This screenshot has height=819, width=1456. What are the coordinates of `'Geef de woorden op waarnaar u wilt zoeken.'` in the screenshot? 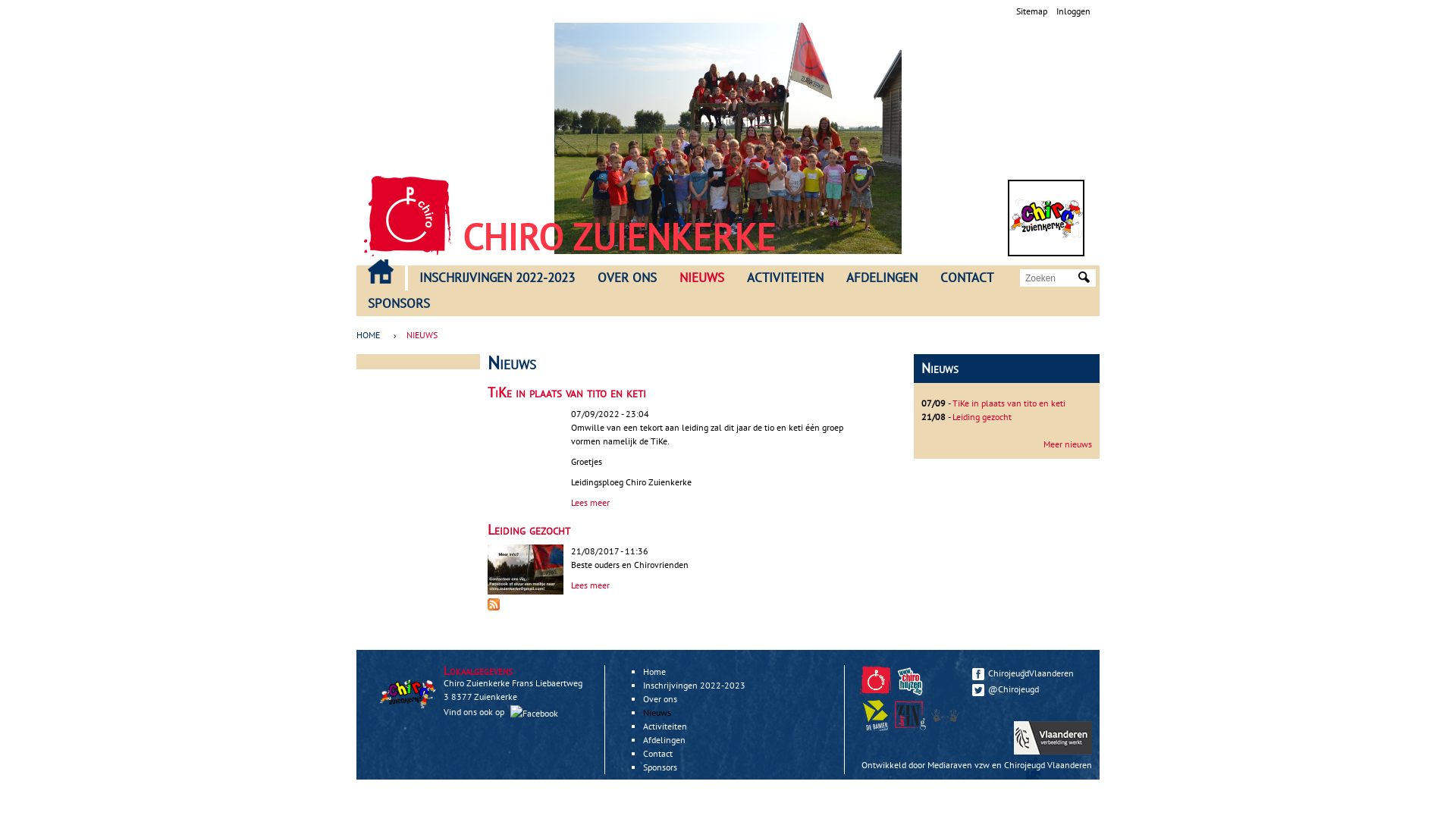 It's located at (1050, 278).